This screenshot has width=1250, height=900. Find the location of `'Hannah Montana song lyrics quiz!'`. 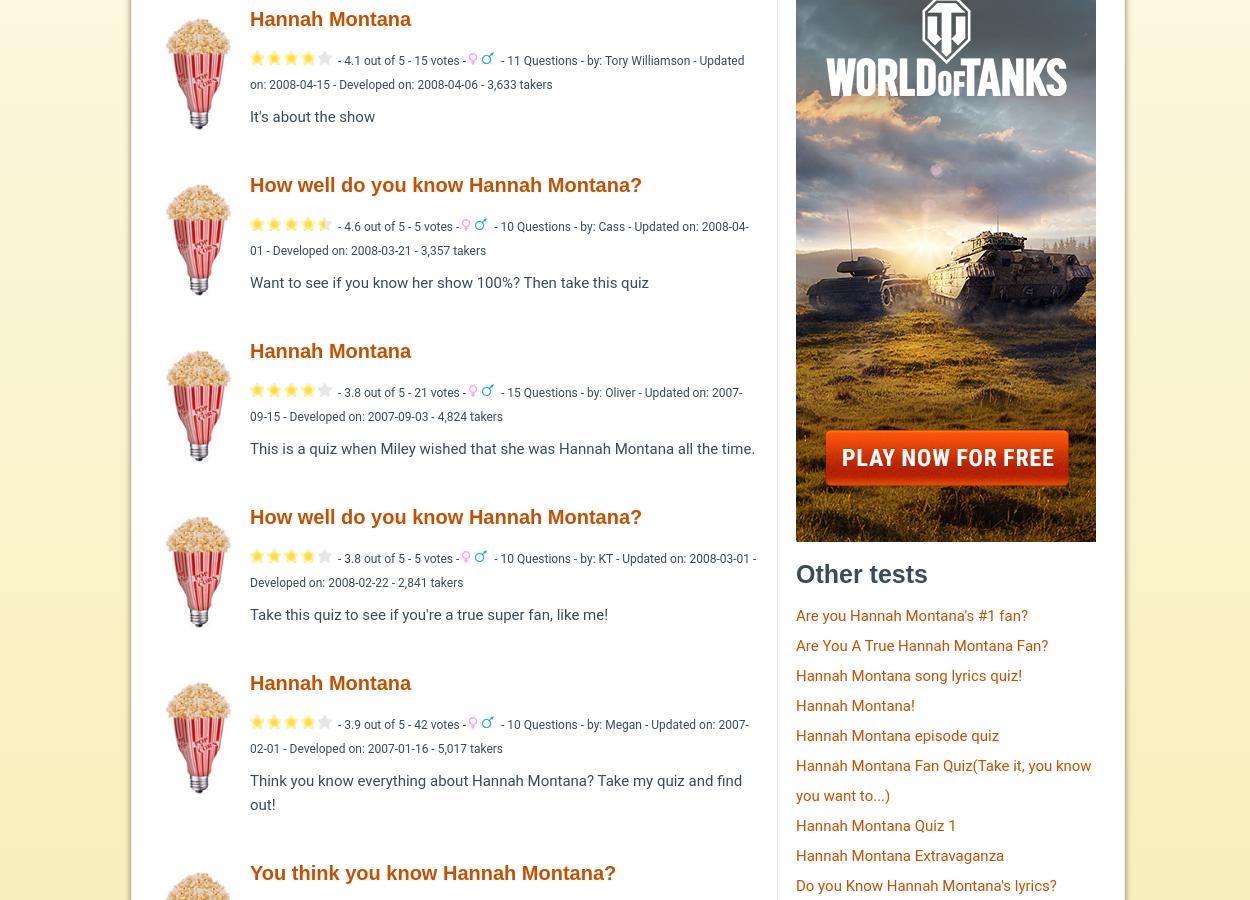

'Hannah Montana song lyrics quiz!' is located at coordinates (909, 675).